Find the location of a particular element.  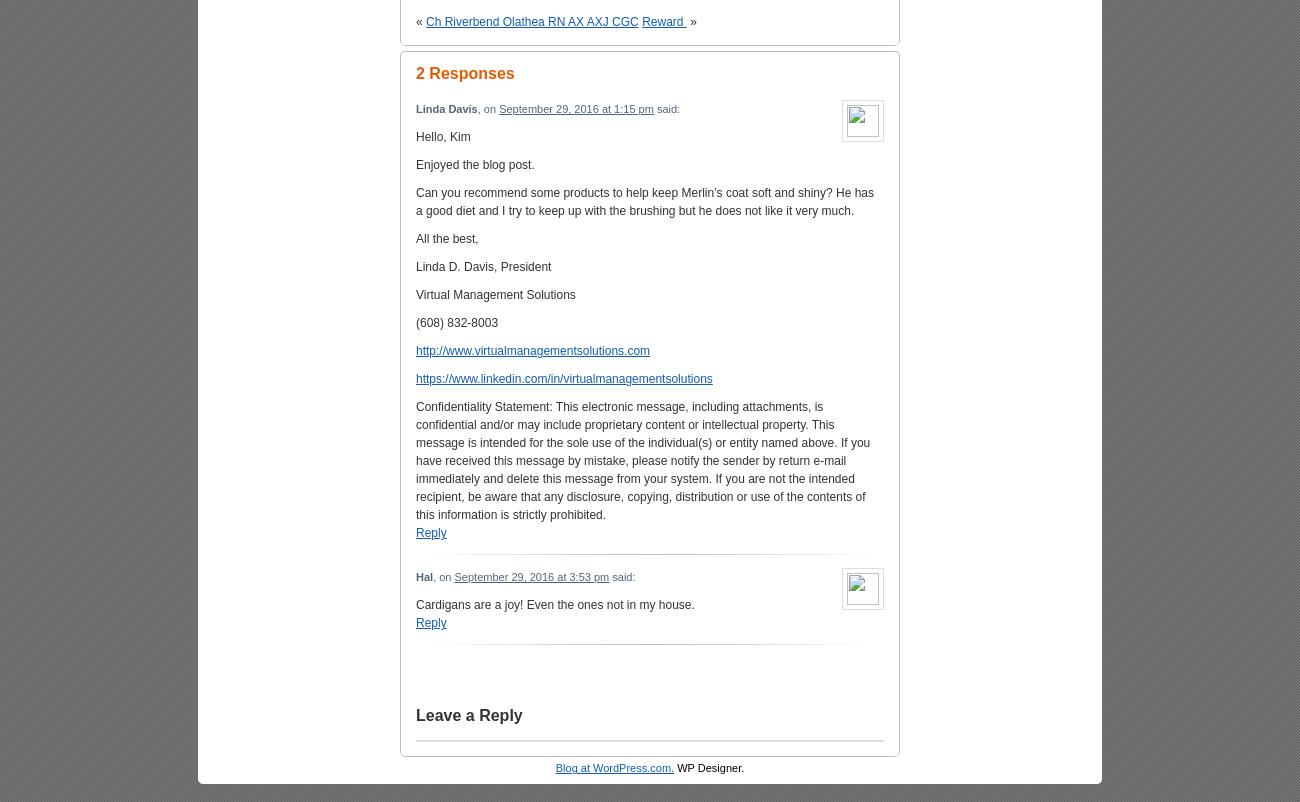

'Linda D. Davis, President' is located at coordinates (482, 266).